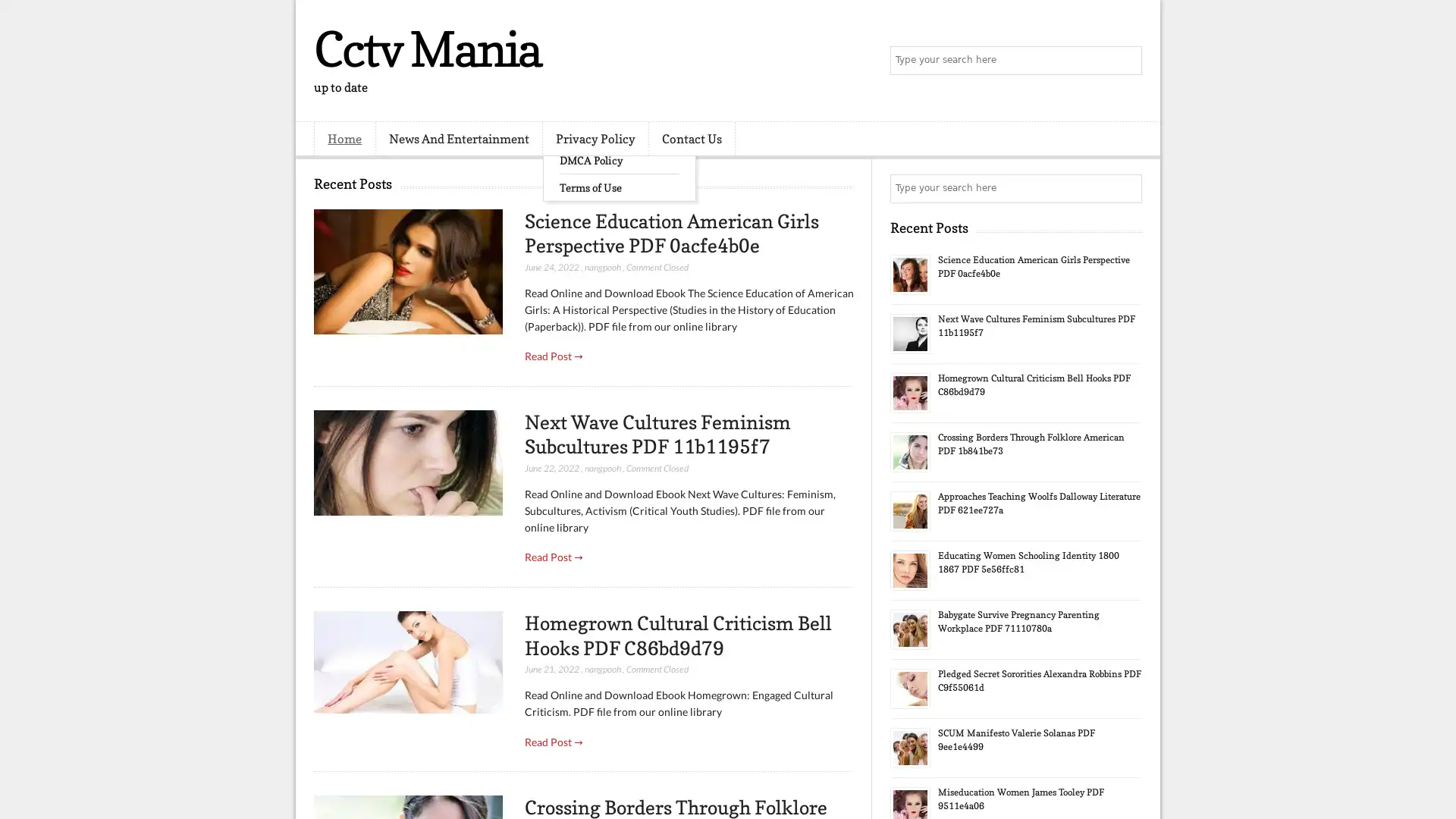  What do you see at coordinates (1126, 61) in the screenshot?
I see `Search` at bounding box center [1126, 61].